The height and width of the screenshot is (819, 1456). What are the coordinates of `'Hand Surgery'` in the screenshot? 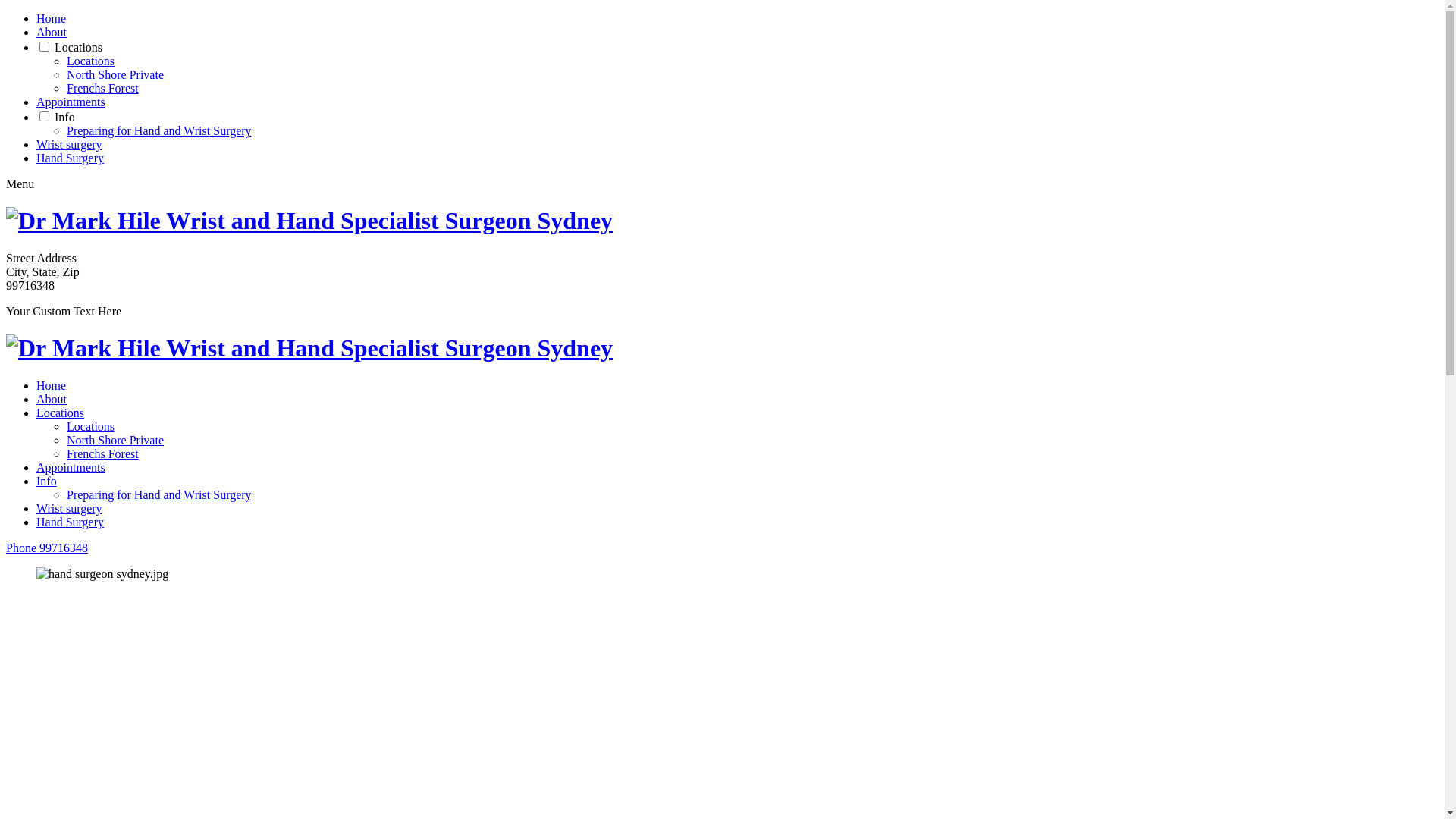 It's located at (36, 158).